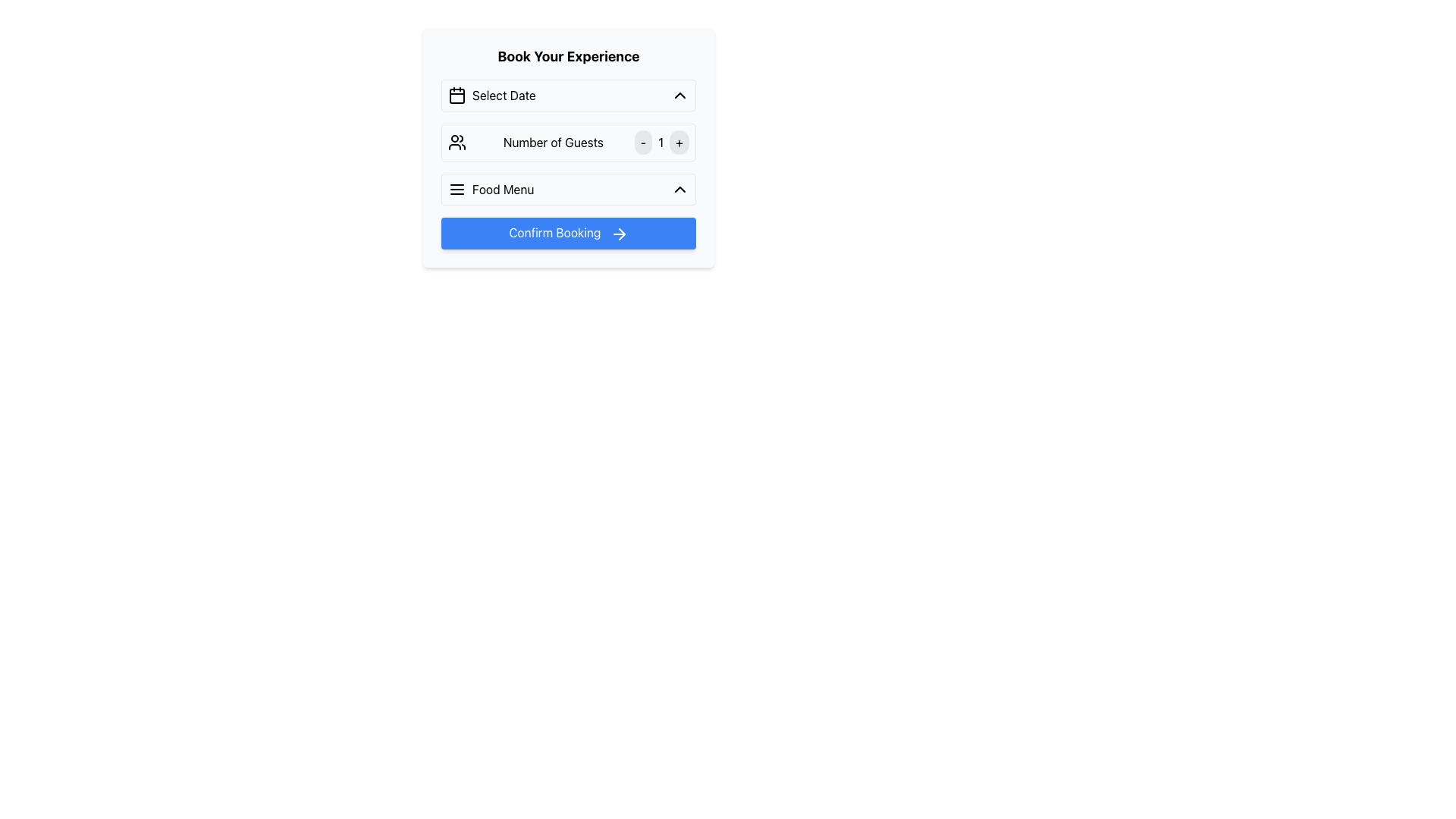  I want to click on the upward-facing chevron icon located on the far right side of the 'Food Menu' section, so click(679, 189).